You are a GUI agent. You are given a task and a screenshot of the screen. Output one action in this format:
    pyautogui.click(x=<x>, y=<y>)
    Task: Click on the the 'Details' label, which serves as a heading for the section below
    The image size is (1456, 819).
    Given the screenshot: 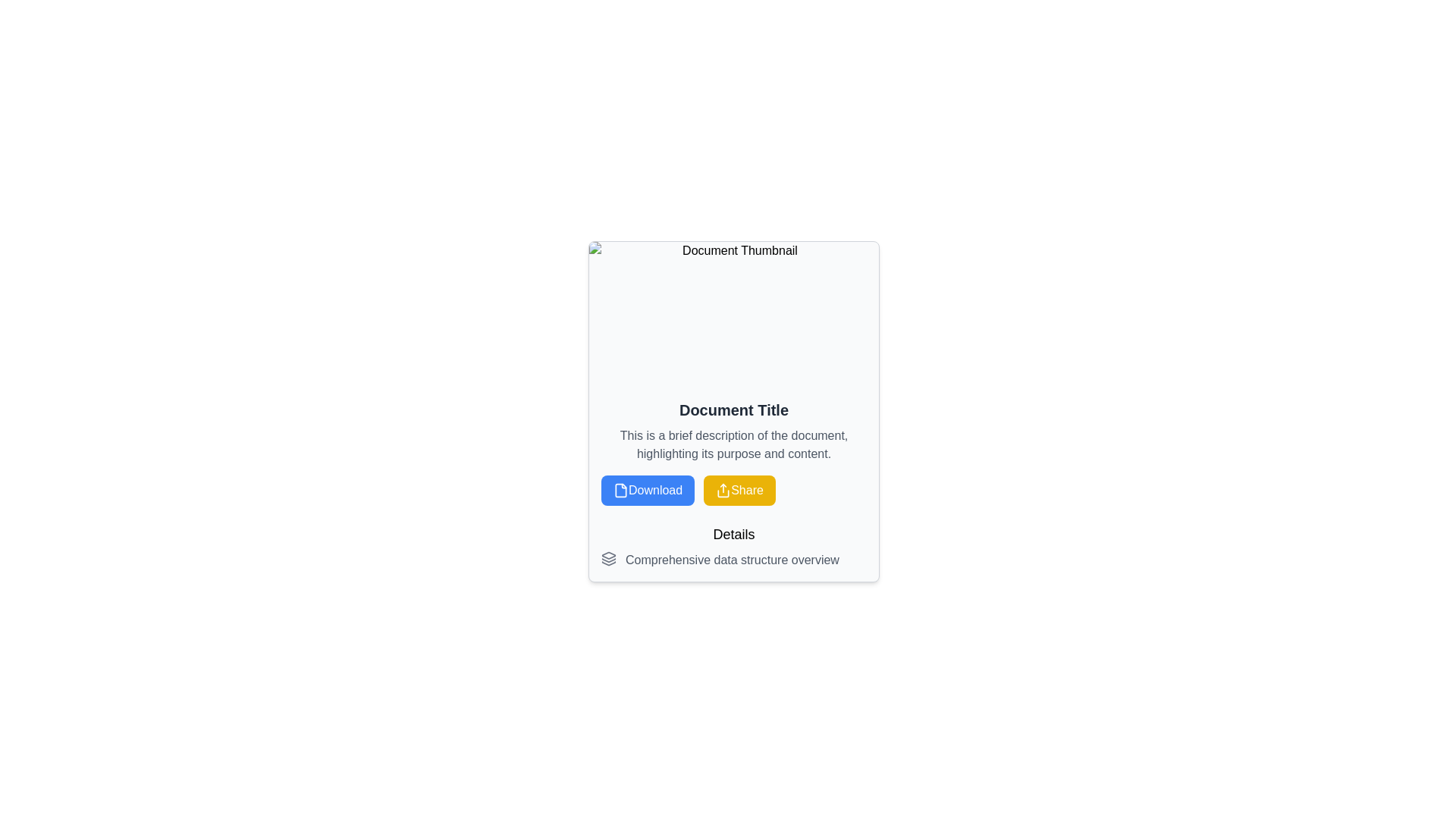 What is the action you would take?
    pyautogui.click(x=734, y=534)
    